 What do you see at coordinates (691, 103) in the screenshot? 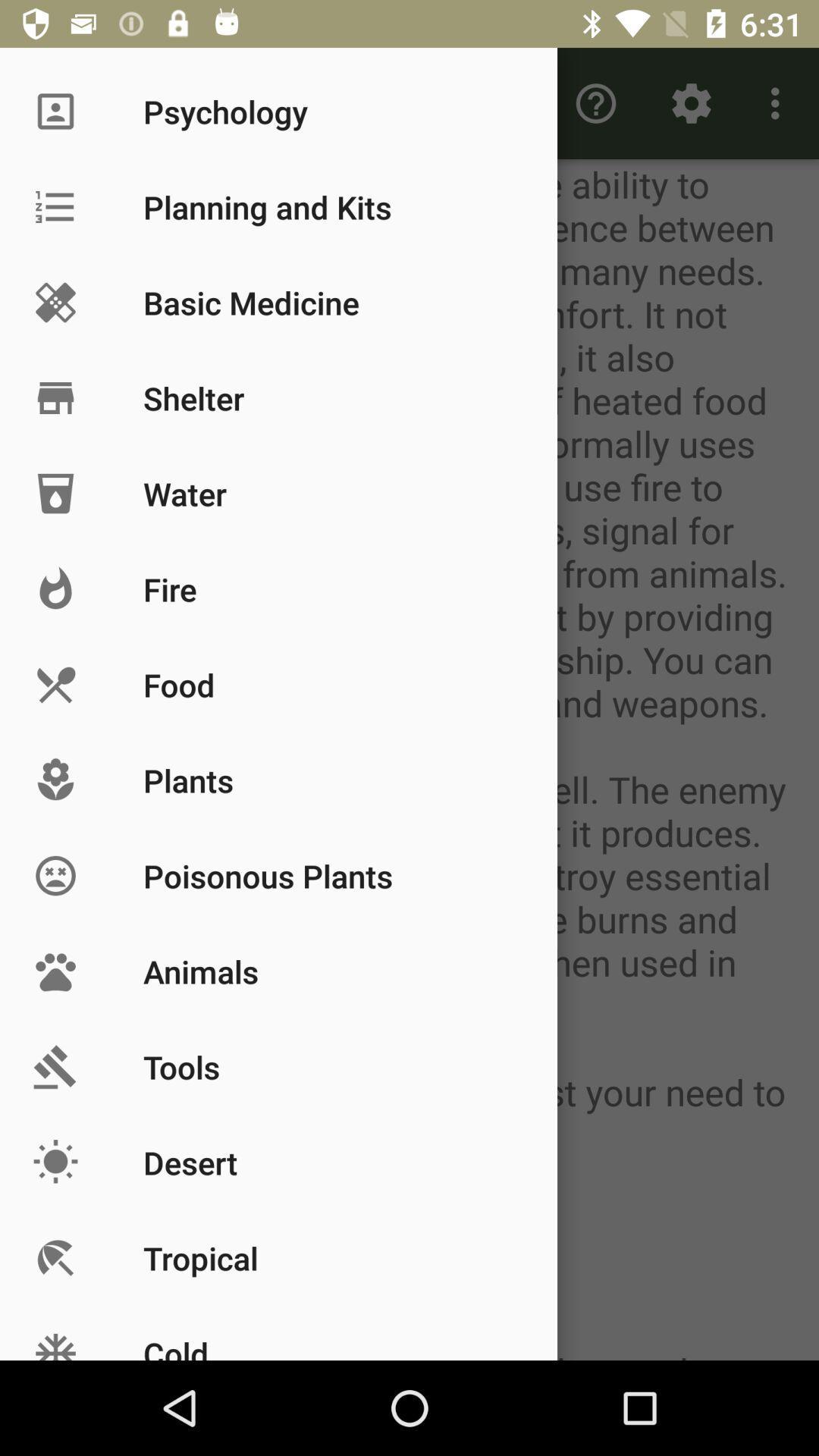
I see `the settings symbol` at bounding box center [691, 103].